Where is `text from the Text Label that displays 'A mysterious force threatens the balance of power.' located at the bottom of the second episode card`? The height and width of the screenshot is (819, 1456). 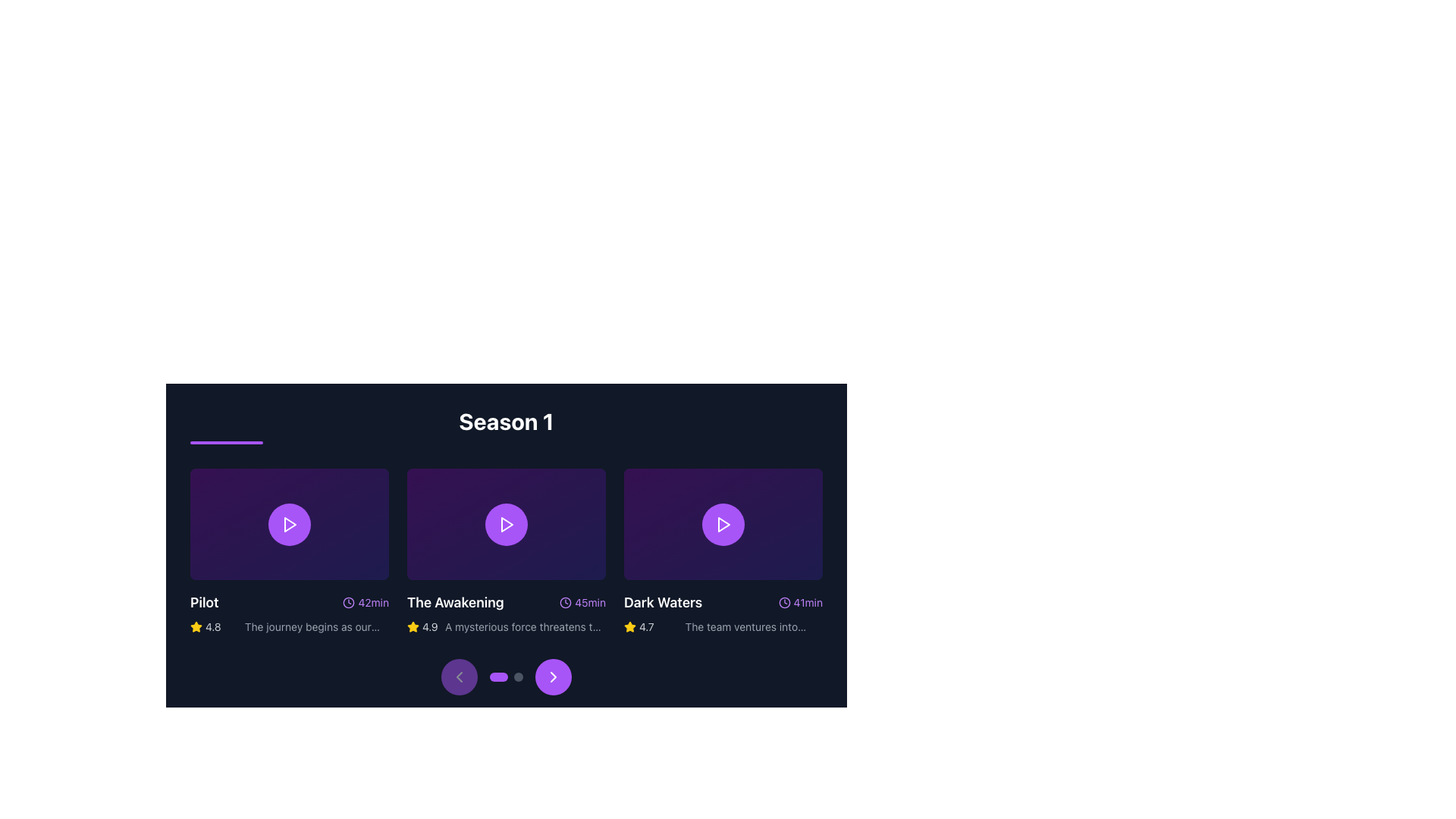 text from the Text Label that displays 'A mysterious force threatens the balance of power.' located at the bottom of the second episode card is located at coordinates (525, 627).